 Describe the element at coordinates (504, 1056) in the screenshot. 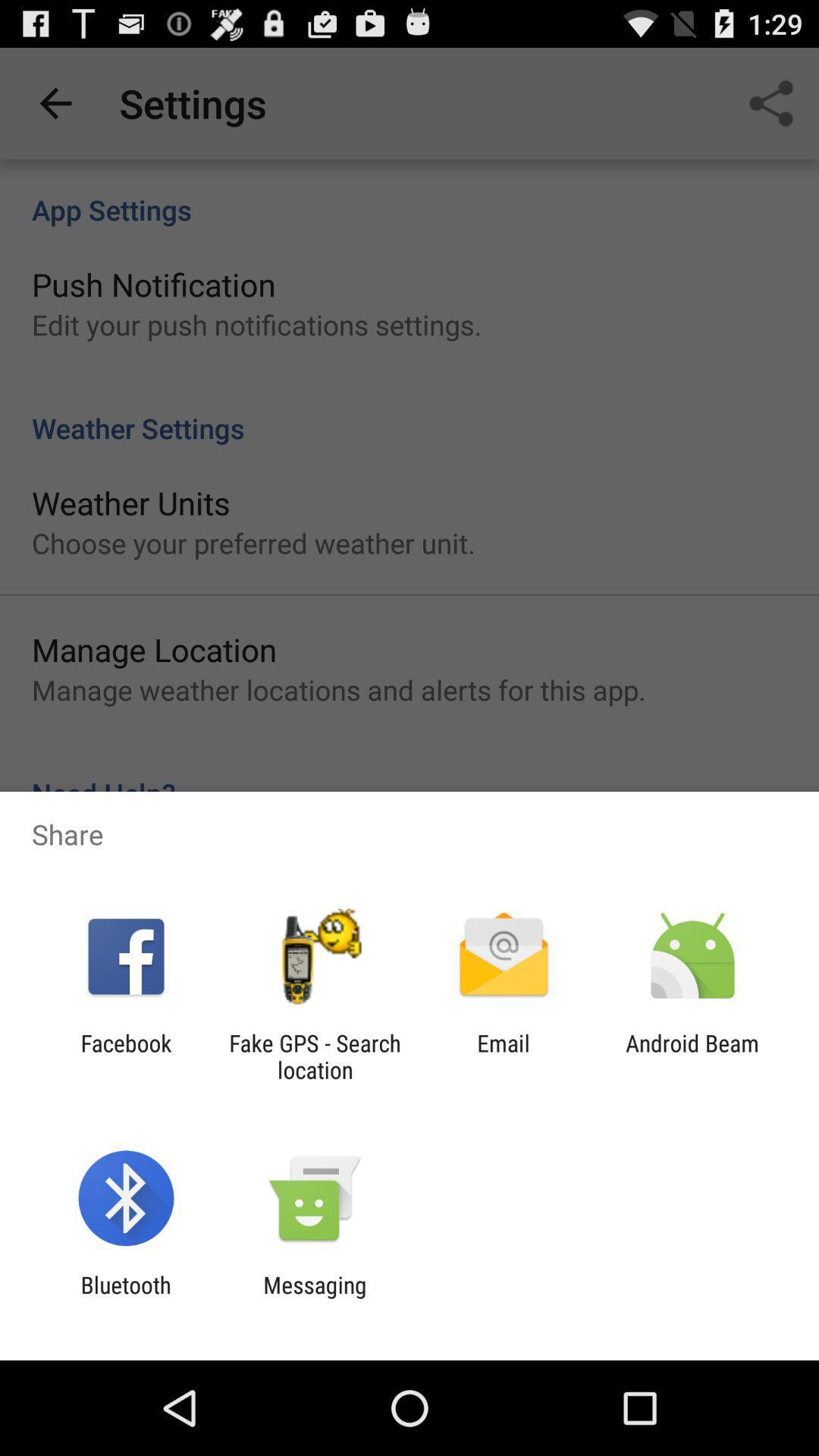

I see `email app` at that location.